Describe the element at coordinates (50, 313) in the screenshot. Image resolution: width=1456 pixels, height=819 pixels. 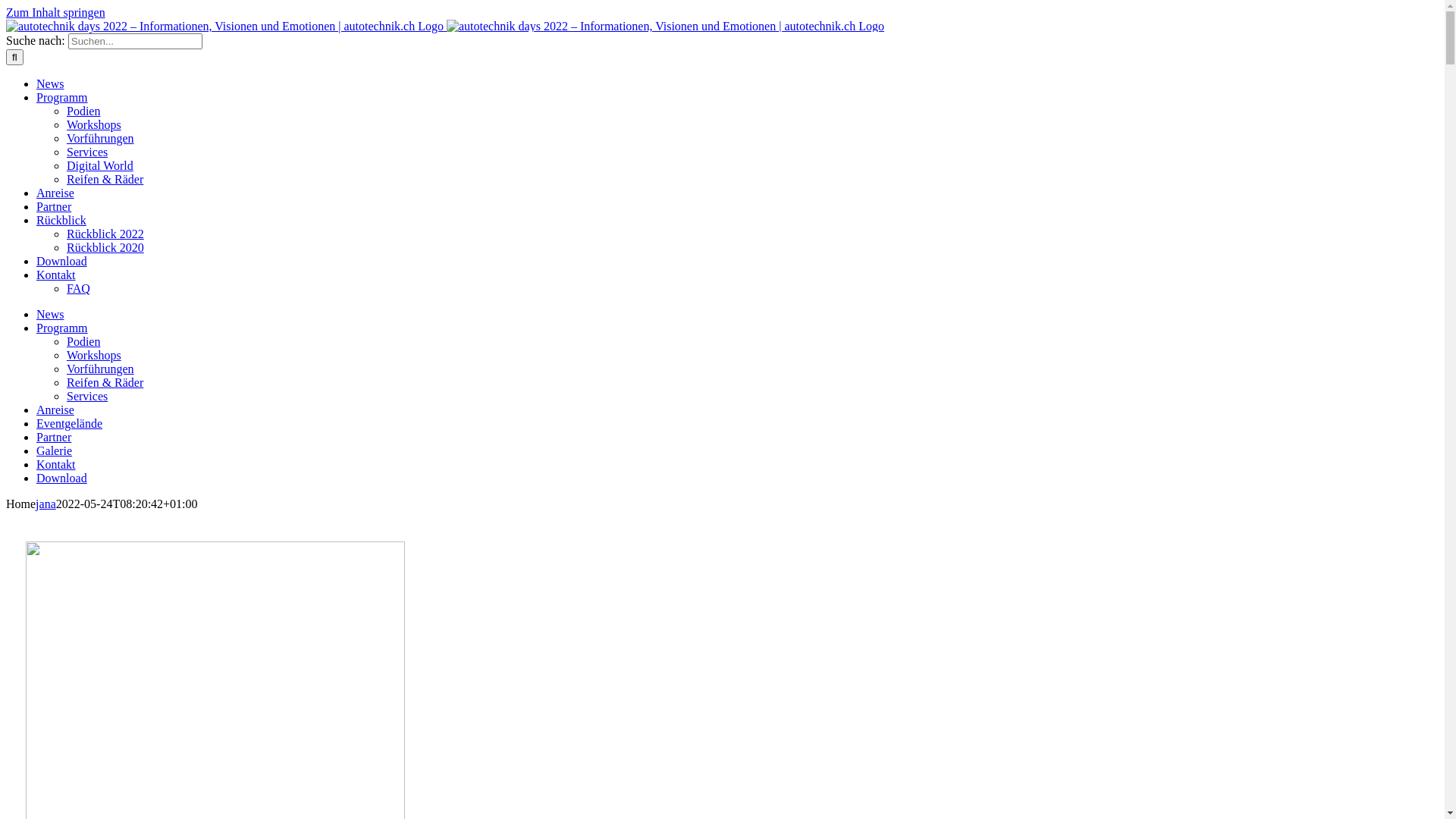
I see `'News'` at that location.